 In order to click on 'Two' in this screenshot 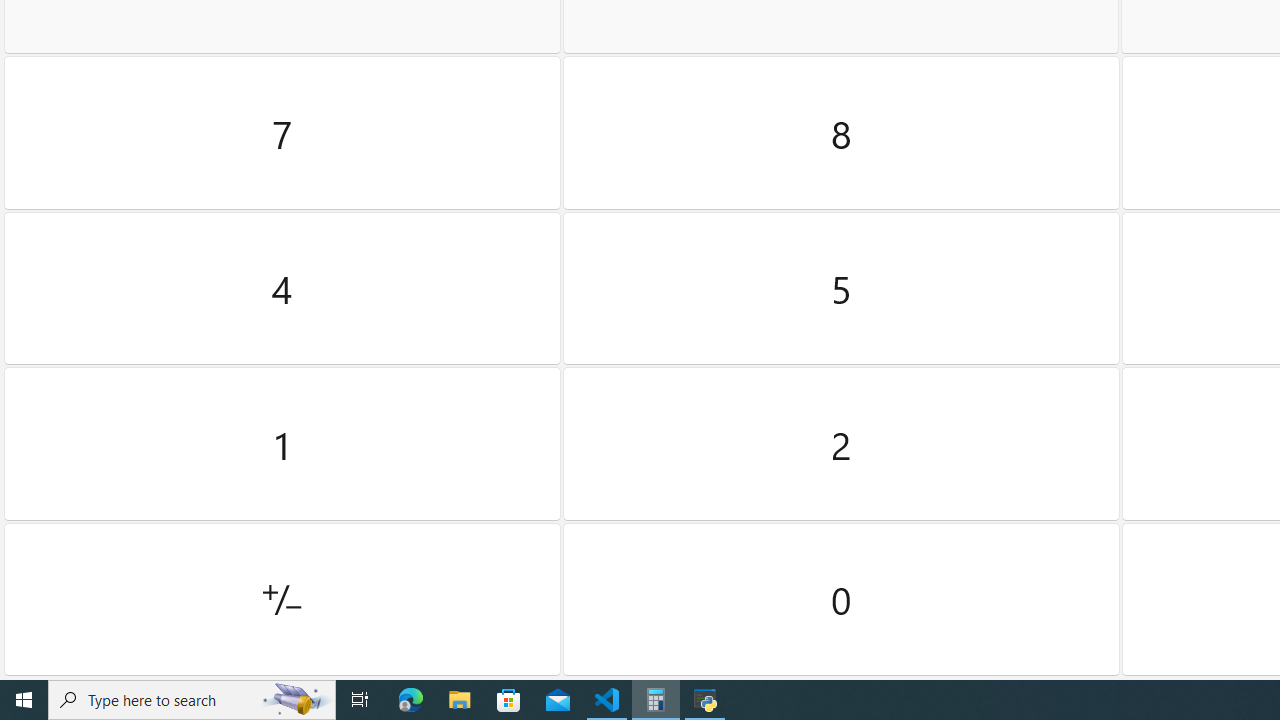, I will do `click(841, 443)`.